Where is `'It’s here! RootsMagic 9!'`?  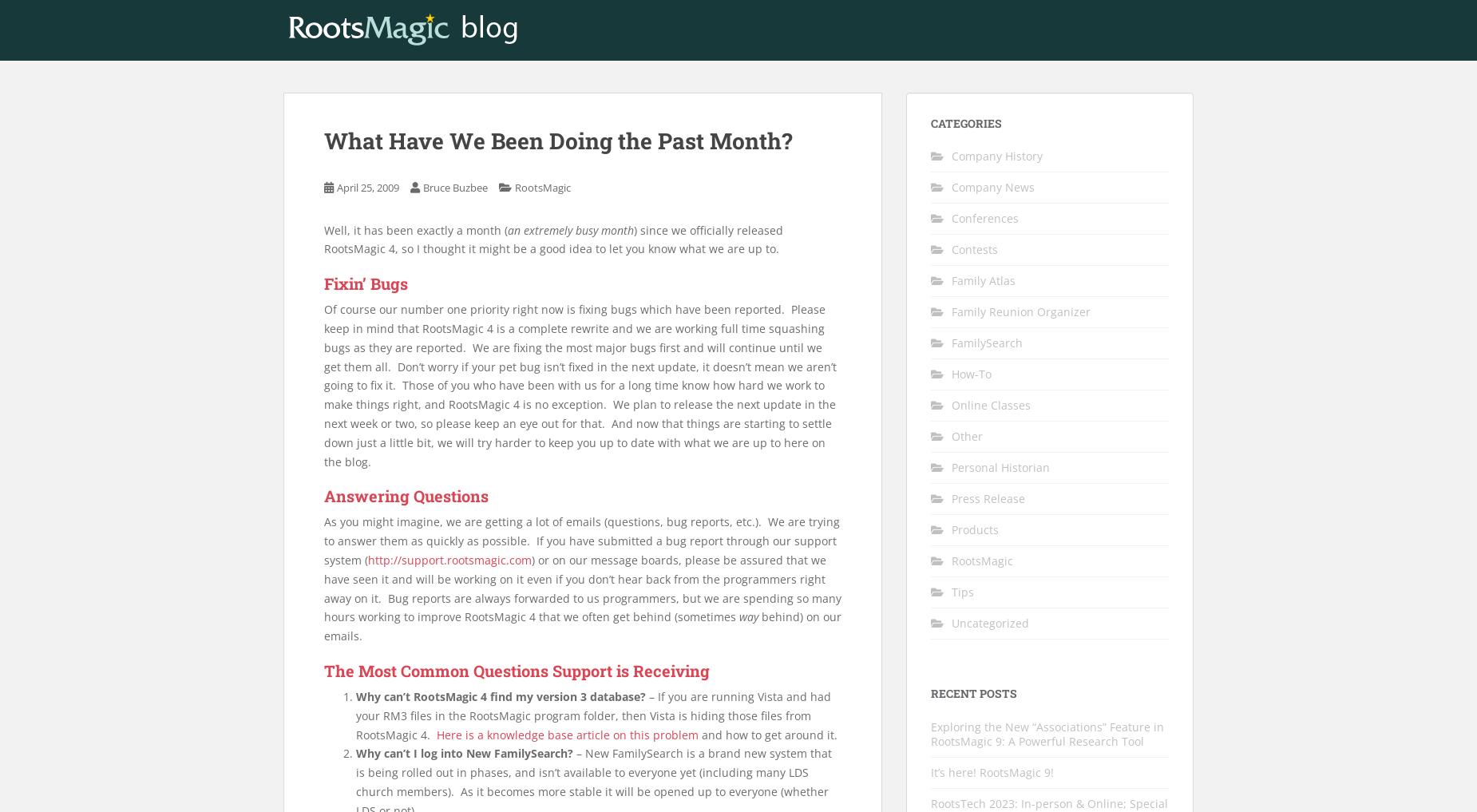 'It’s here! RootsMagic 9!' is located at coordinates (992, 771).